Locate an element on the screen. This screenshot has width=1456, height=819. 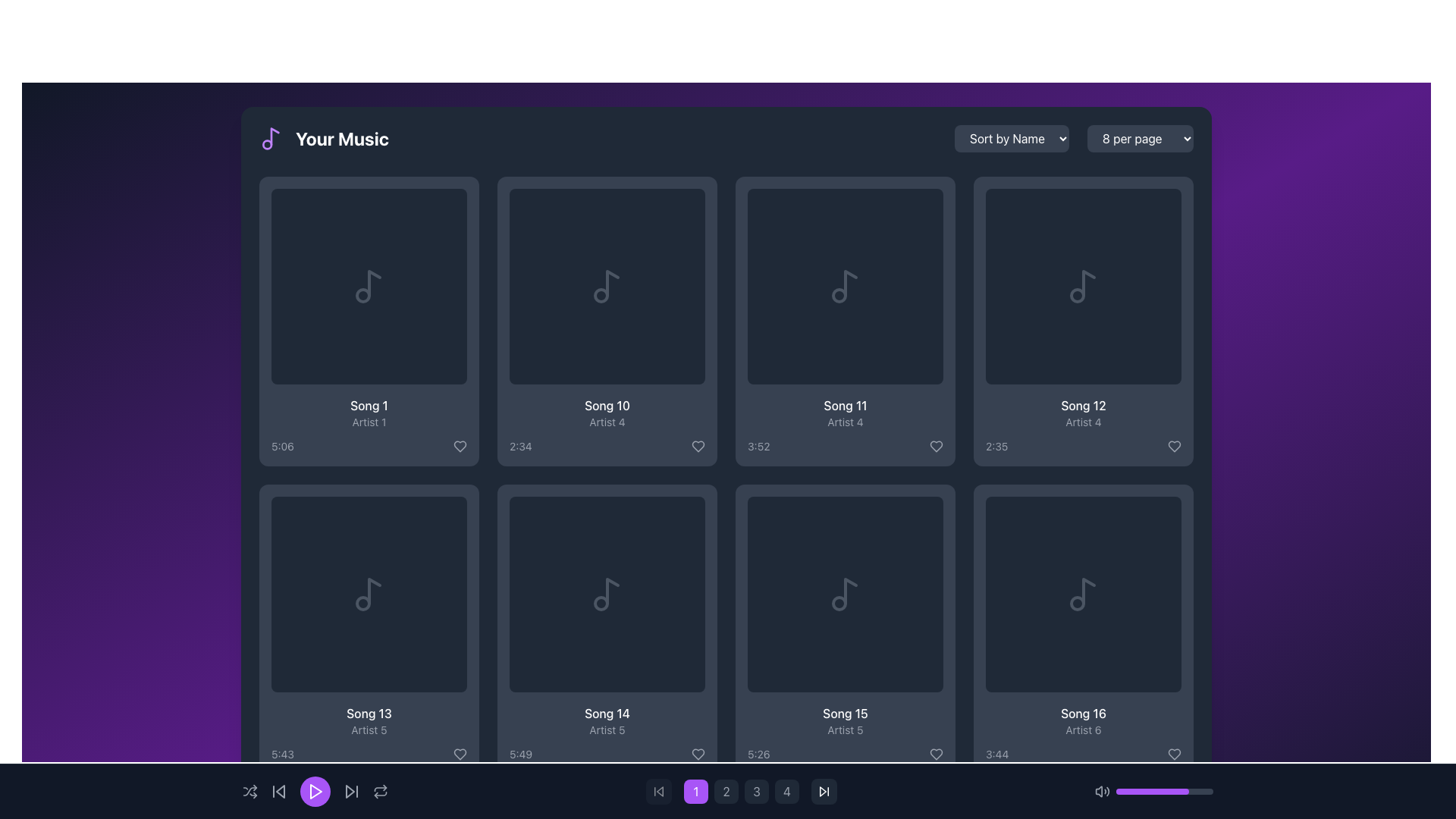
the play icon inside the purple circular button for 'Song 10' to make it visible is located at coordinates (607, 287).